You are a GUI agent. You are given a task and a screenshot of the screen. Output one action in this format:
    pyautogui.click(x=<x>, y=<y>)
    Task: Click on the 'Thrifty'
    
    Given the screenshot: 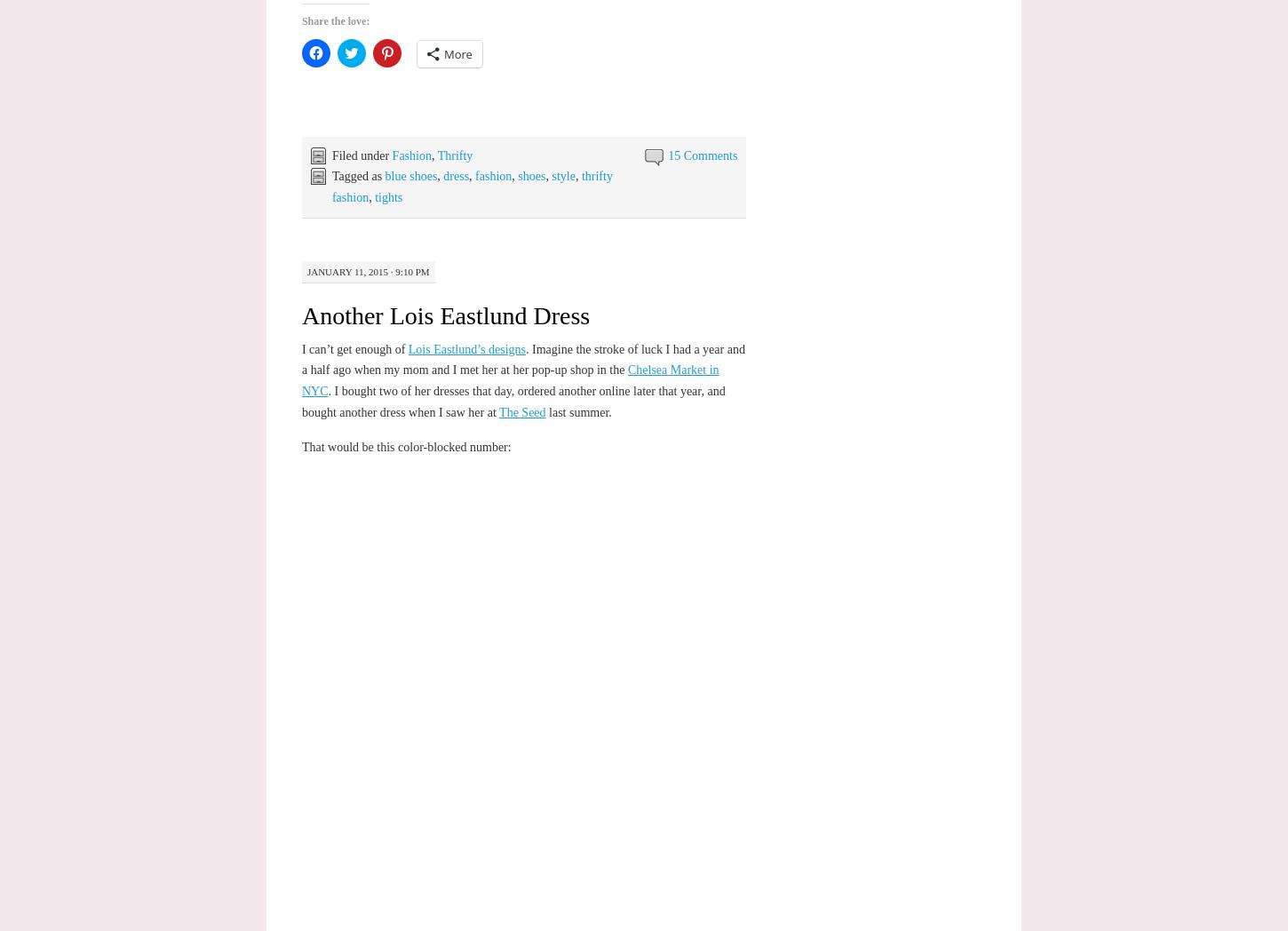 What is the action you would take?
    pyautogui.click(x=454, y=155)
    